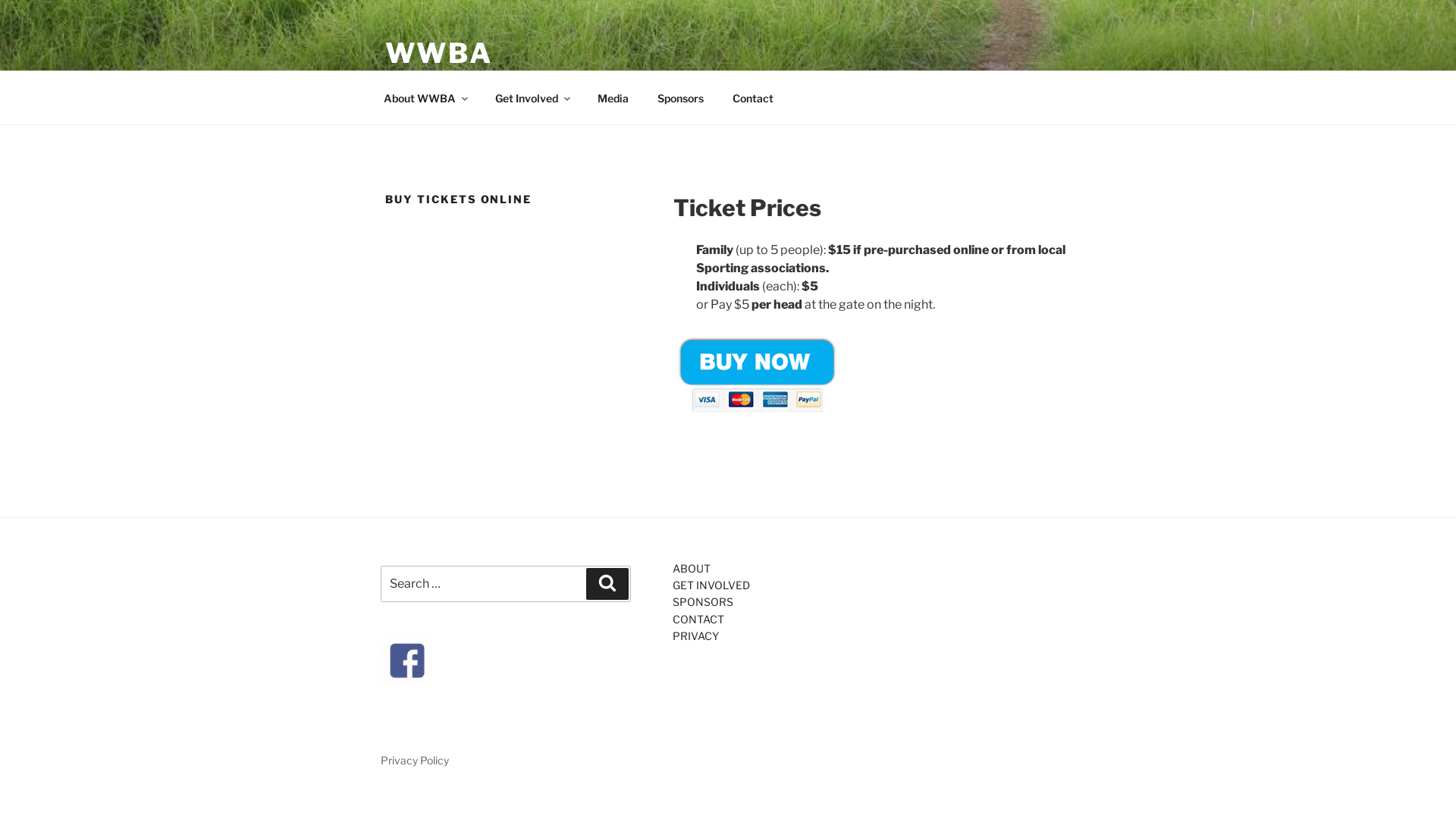 The image size is (1456, 819). What do you see at coordinates (691, 567) in the screenshot?
I see `'ABOUT'` at bounding box center [691, 567].